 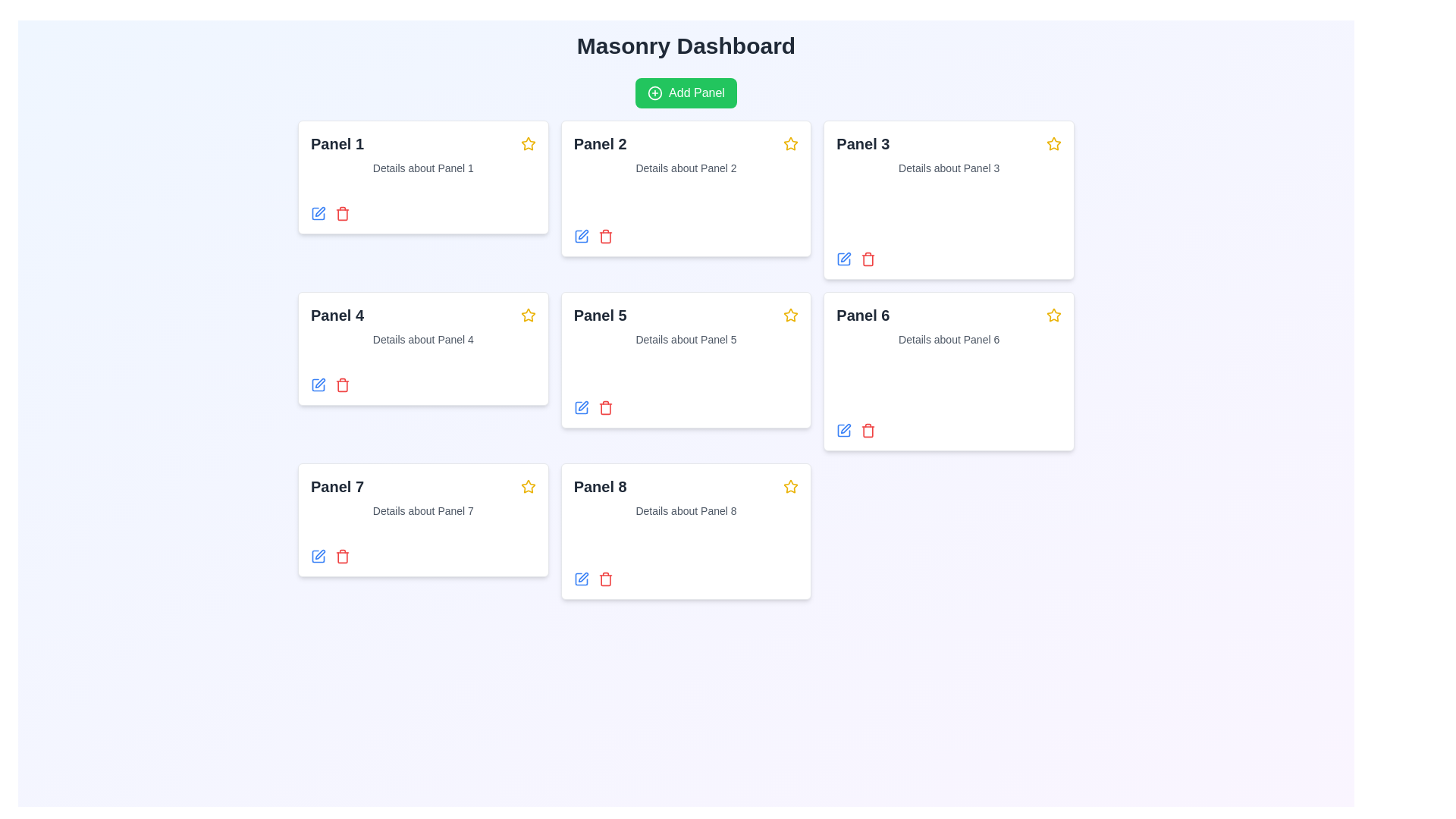 I want to click on the star-shaped icon in the upper-right corner of the card labeled 'Panel 7', so click(x=528, y=486).